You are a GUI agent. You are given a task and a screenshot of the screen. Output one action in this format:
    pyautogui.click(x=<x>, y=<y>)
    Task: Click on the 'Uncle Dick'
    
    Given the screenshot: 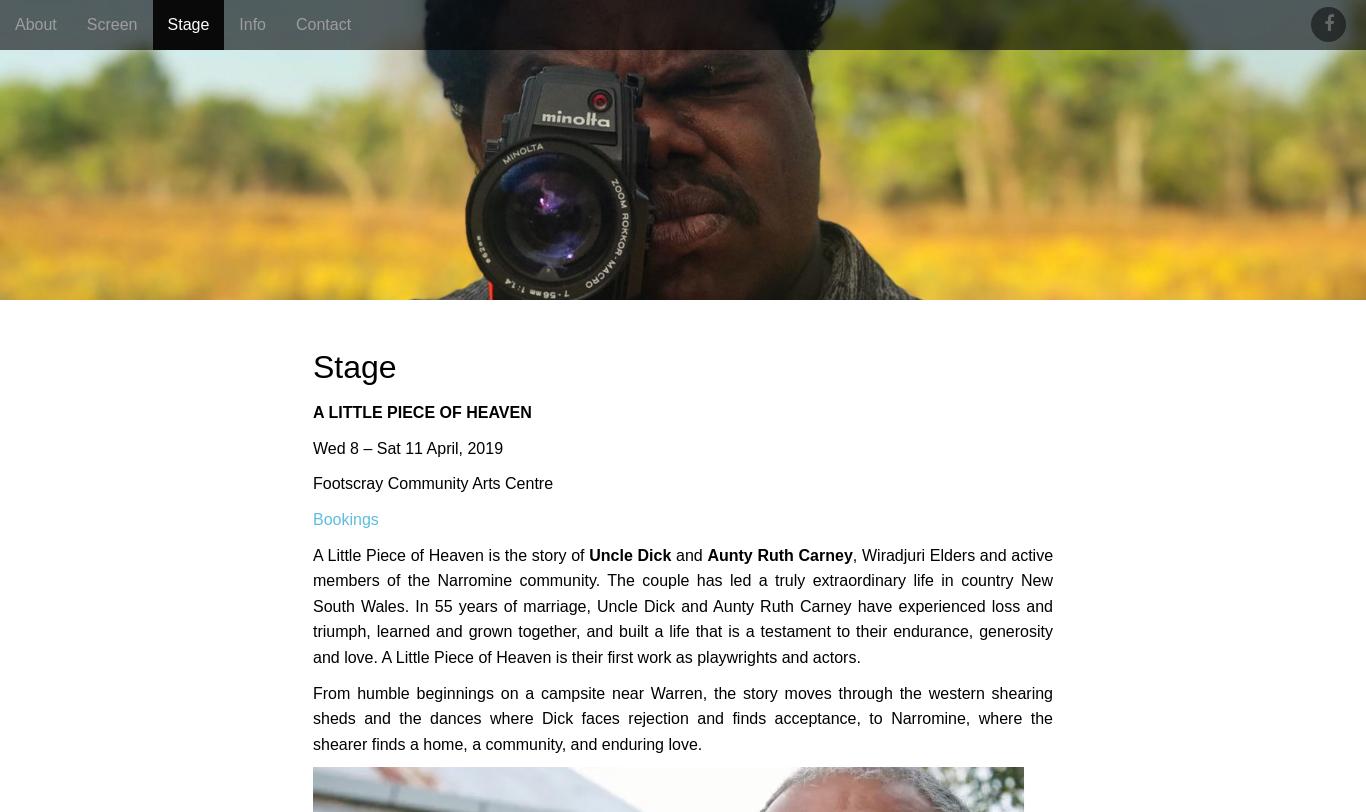 What is the action you would take?
    pyautogui.click(x=628, y=554)
    